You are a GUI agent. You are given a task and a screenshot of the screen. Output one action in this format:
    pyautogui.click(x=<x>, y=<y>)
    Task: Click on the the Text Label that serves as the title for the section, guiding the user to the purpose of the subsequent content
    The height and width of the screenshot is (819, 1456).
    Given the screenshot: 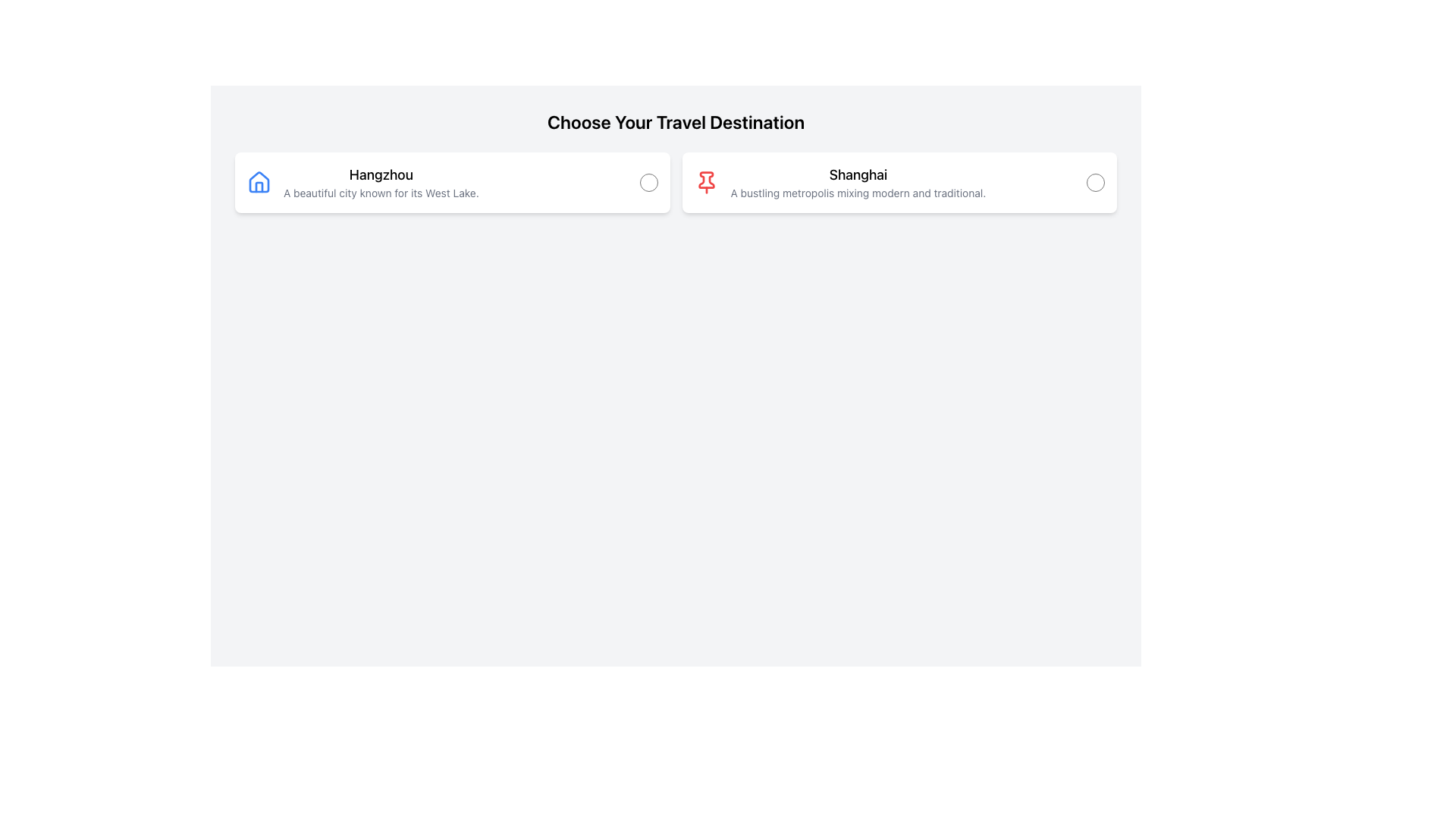 What is the action you would take?
    pyautogui.click(x=675, y=121)
    